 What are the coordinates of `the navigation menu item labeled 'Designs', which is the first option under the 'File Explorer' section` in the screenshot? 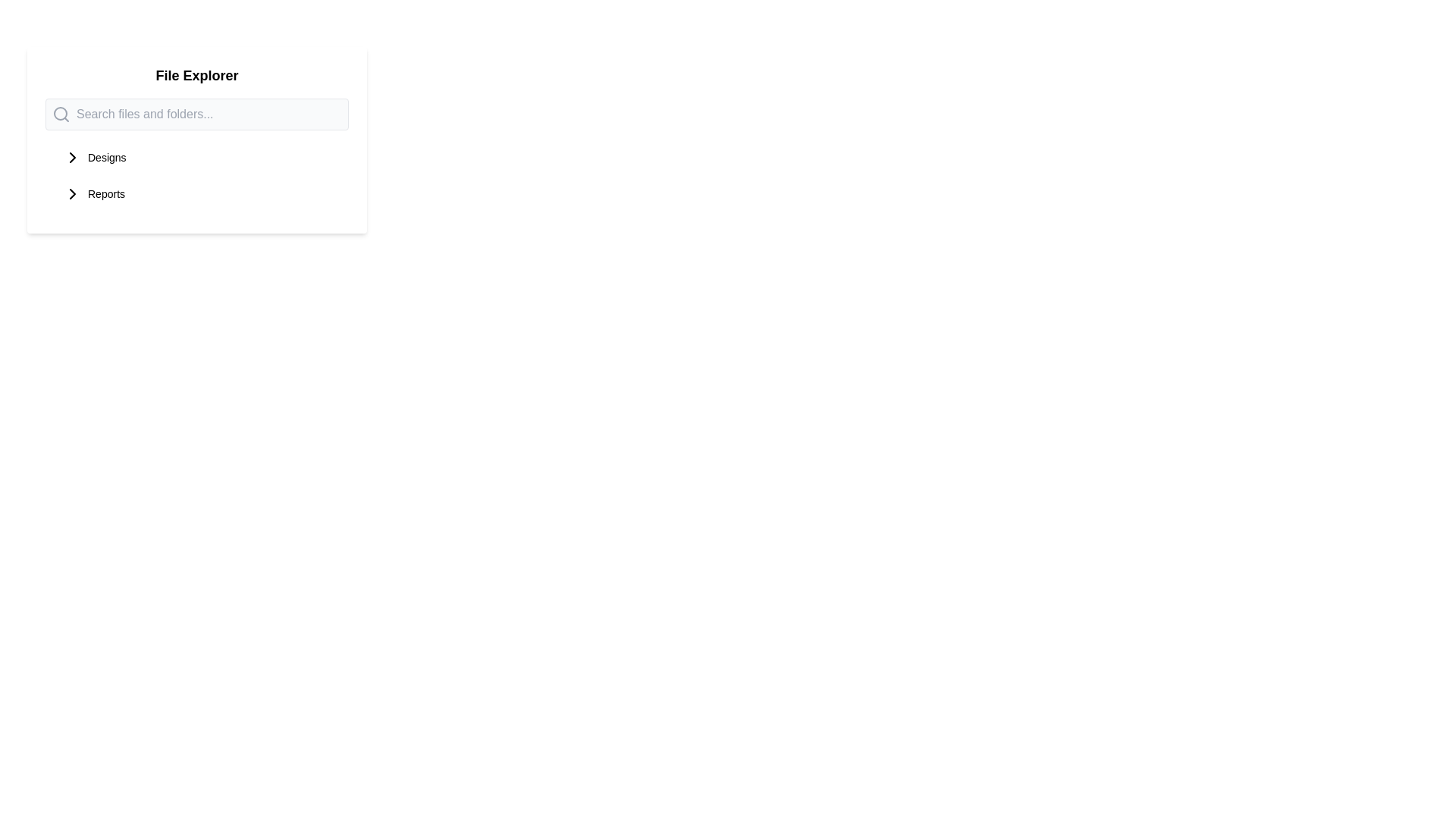 It's located at (202, 158).